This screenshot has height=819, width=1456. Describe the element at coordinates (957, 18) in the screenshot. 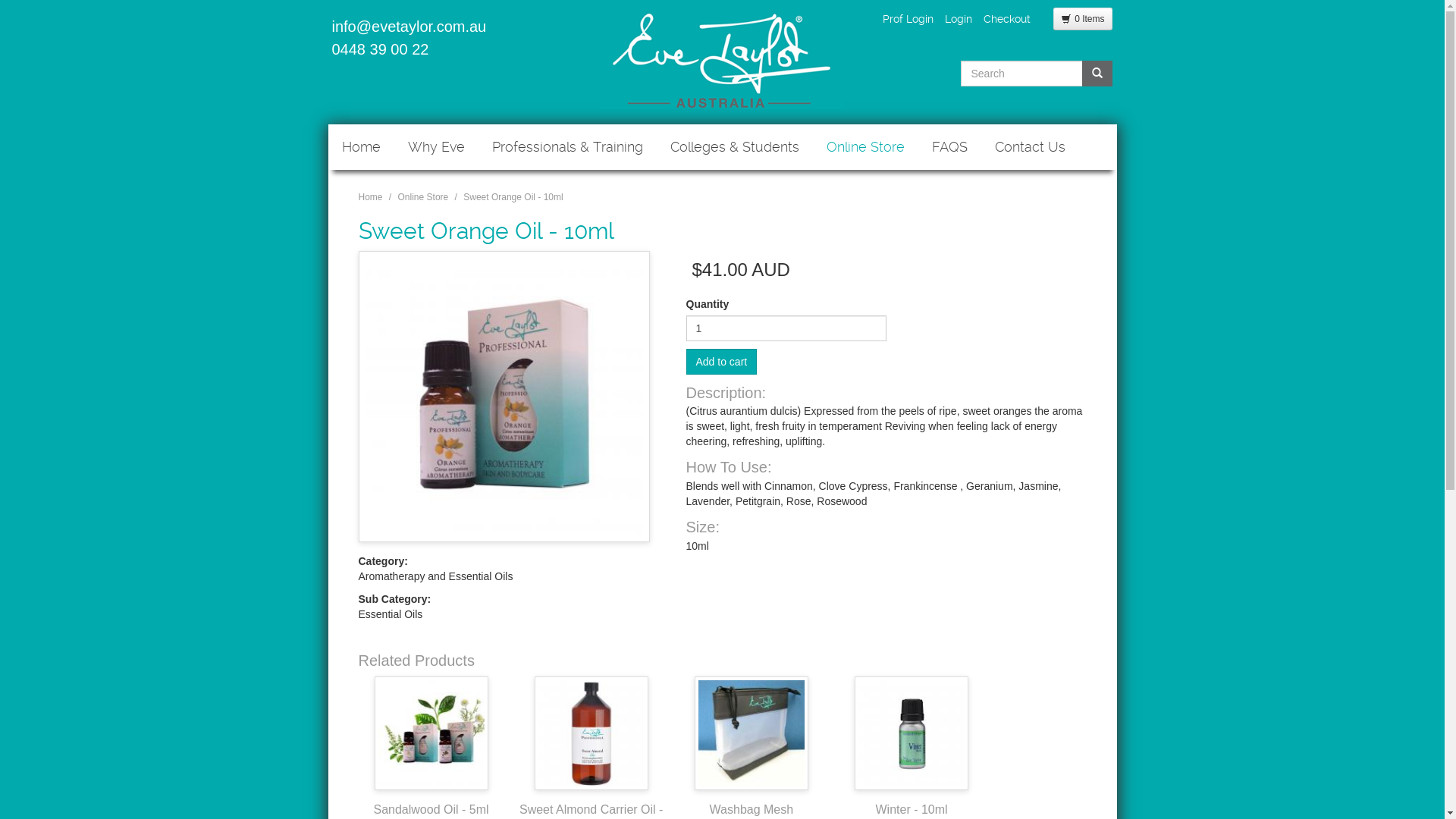

I see `'Login'` at that location.